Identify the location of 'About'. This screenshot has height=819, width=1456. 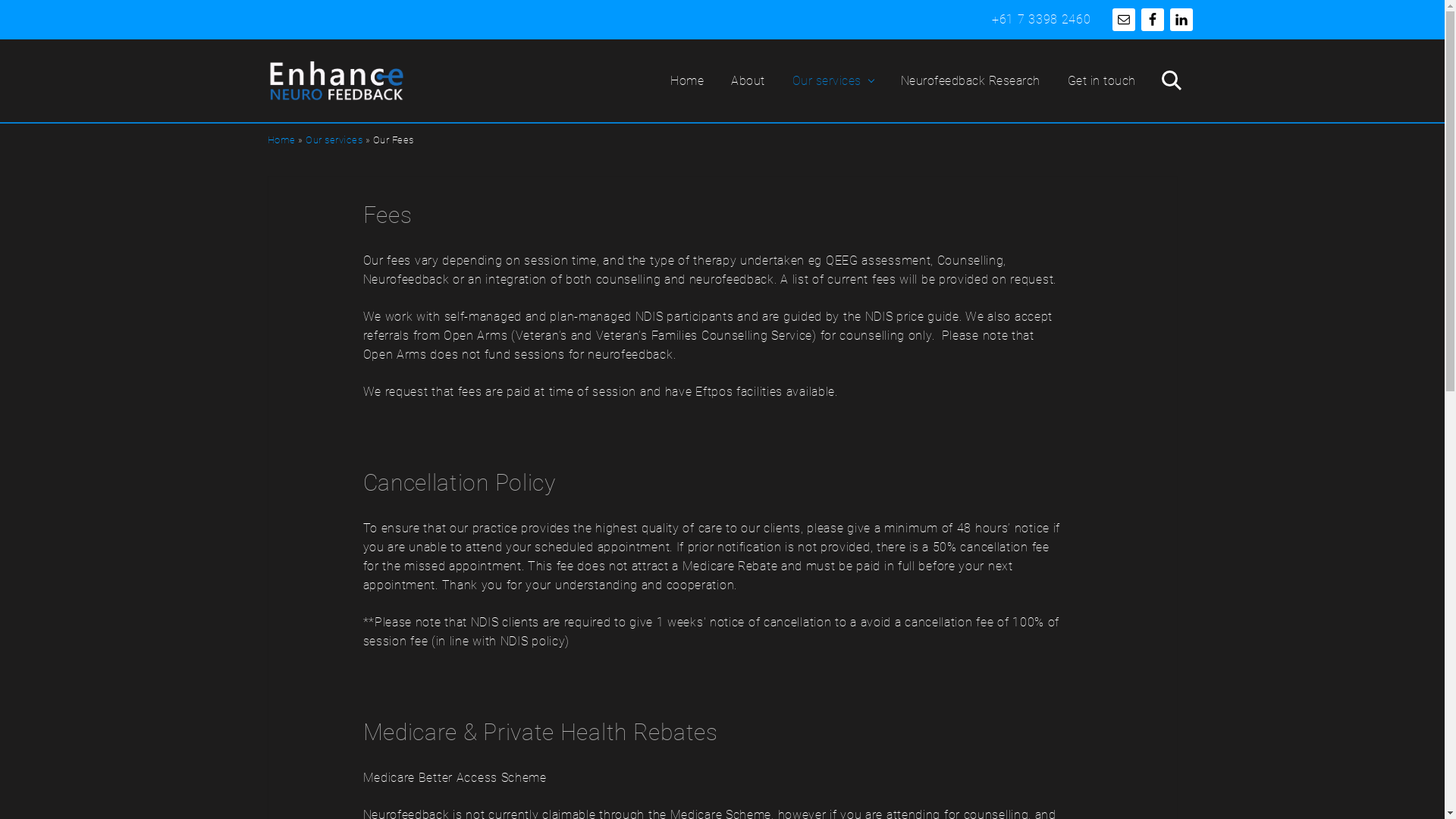
(748, 80).